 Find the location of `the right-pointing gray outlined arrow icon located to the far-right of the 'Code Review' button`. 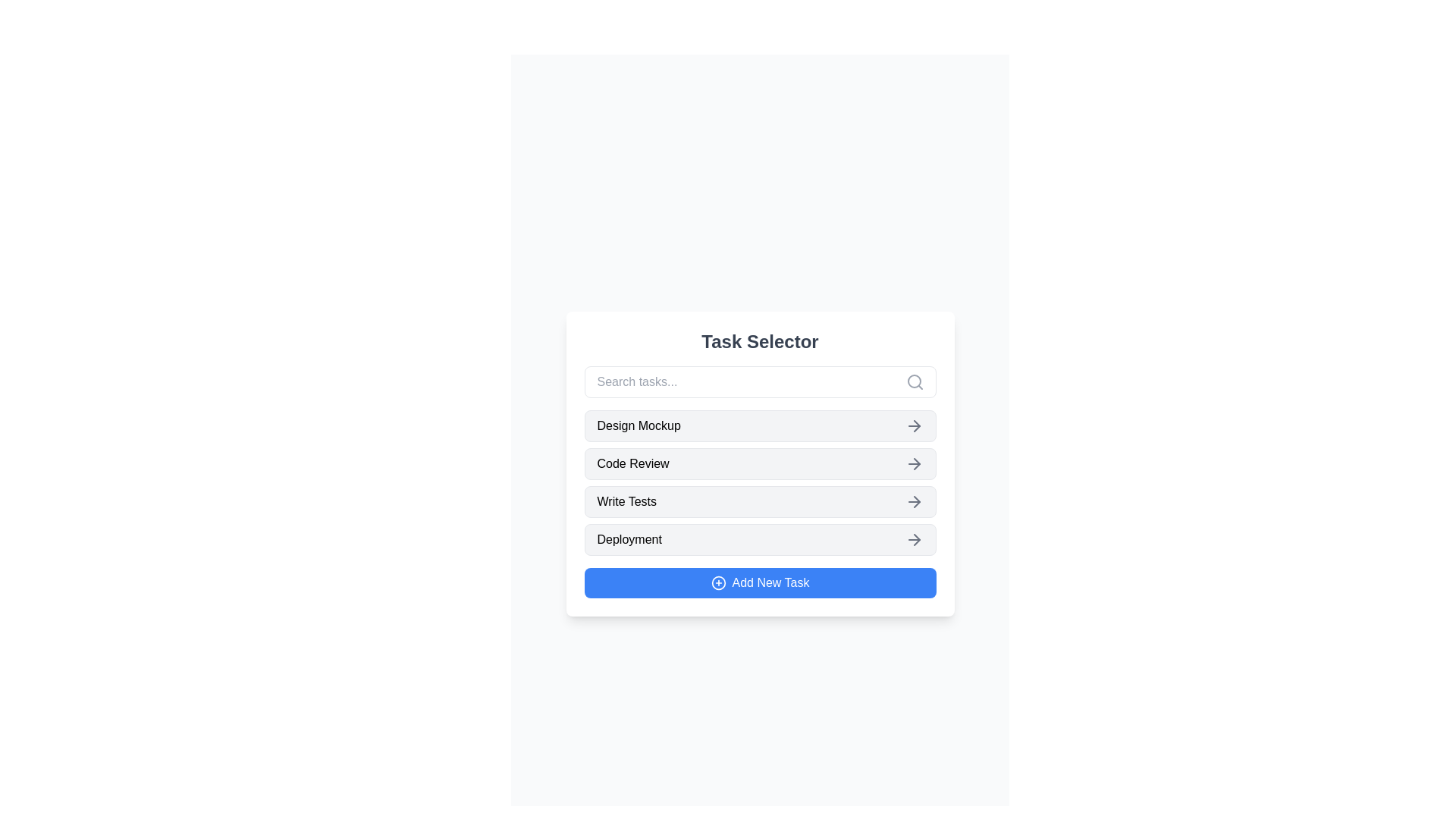

the right-pointing gray outlined arrow icon located to the far-right of the 'Code Review' button is located at coordinates (913, 463).